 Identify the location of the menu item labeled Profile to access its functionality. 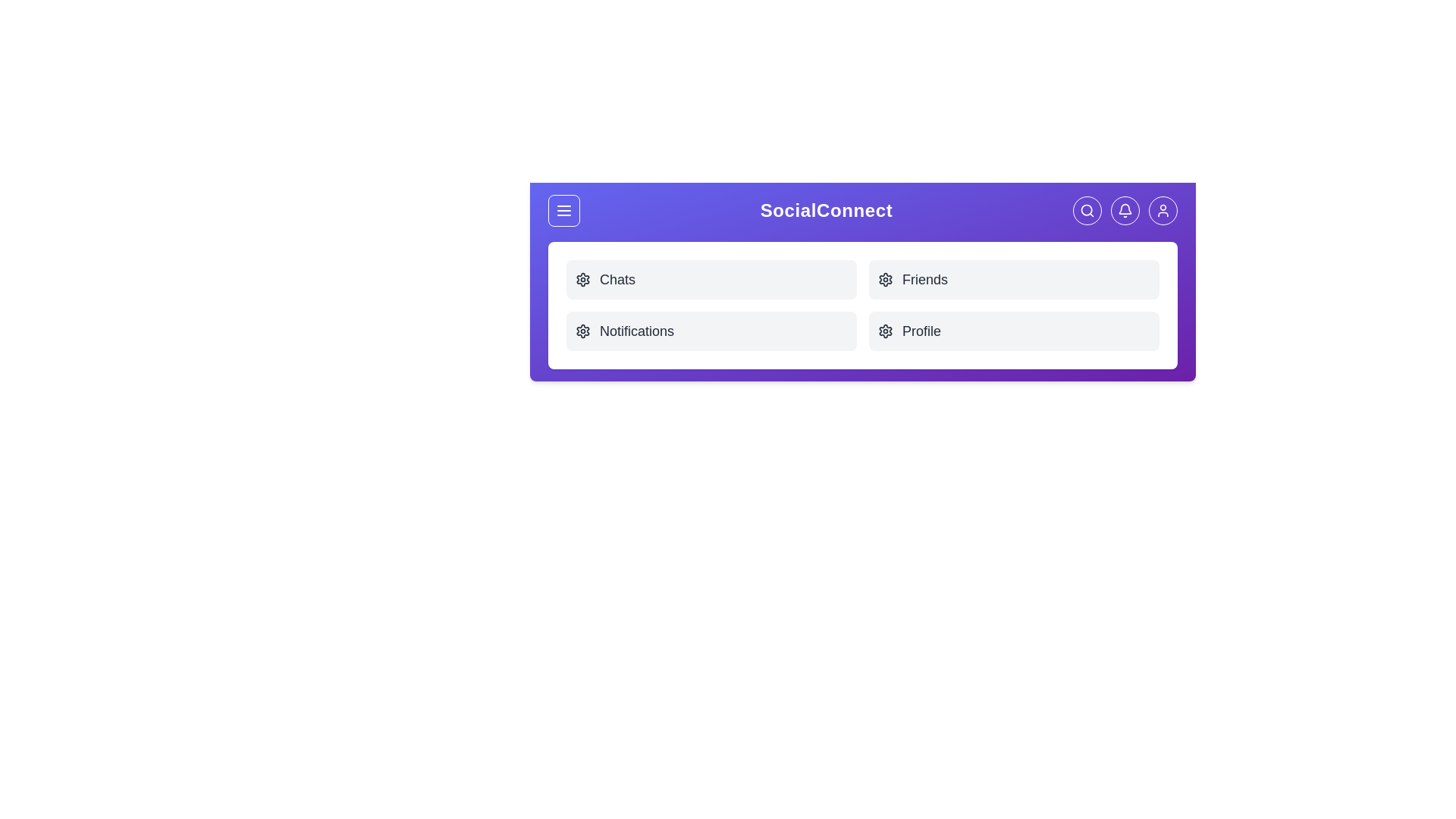
(1014, 330).